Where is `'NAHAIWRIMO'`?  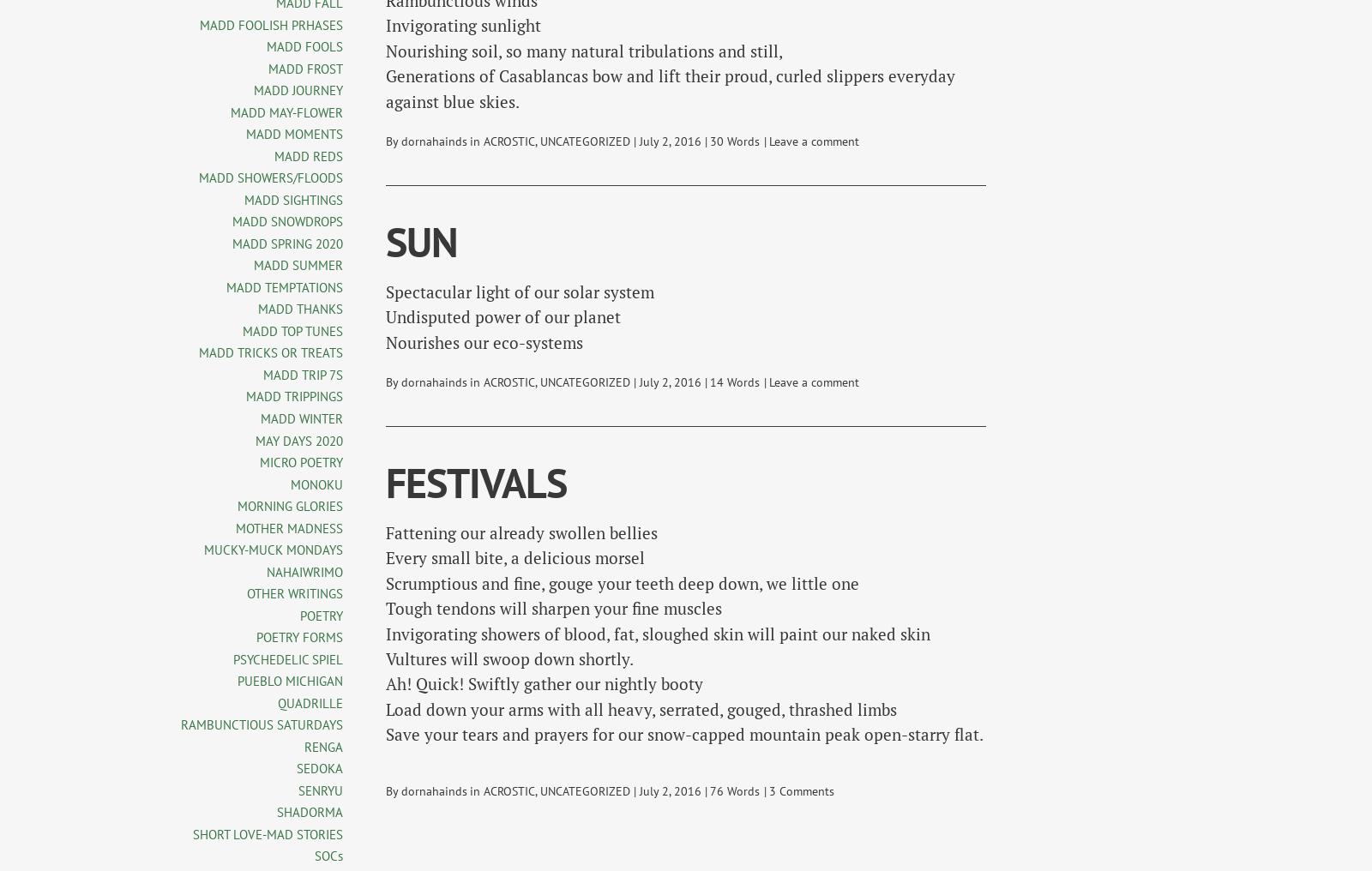 'NAHAIWRIMO' is located at coordinates (304, 570).